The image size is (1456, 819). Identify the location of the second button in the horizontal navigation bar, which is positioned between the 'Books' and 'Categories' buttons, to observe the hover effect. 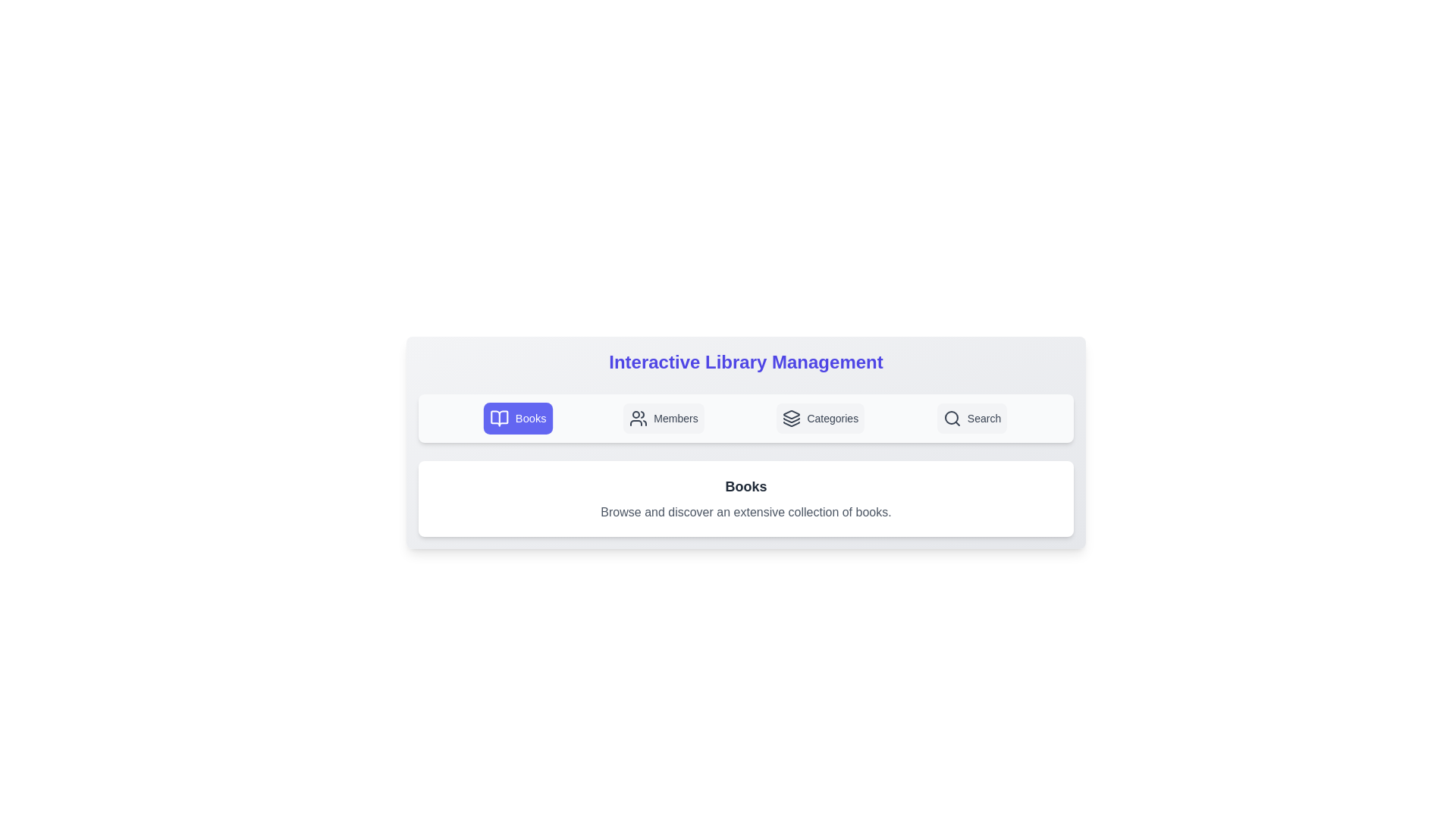
(664, 418).